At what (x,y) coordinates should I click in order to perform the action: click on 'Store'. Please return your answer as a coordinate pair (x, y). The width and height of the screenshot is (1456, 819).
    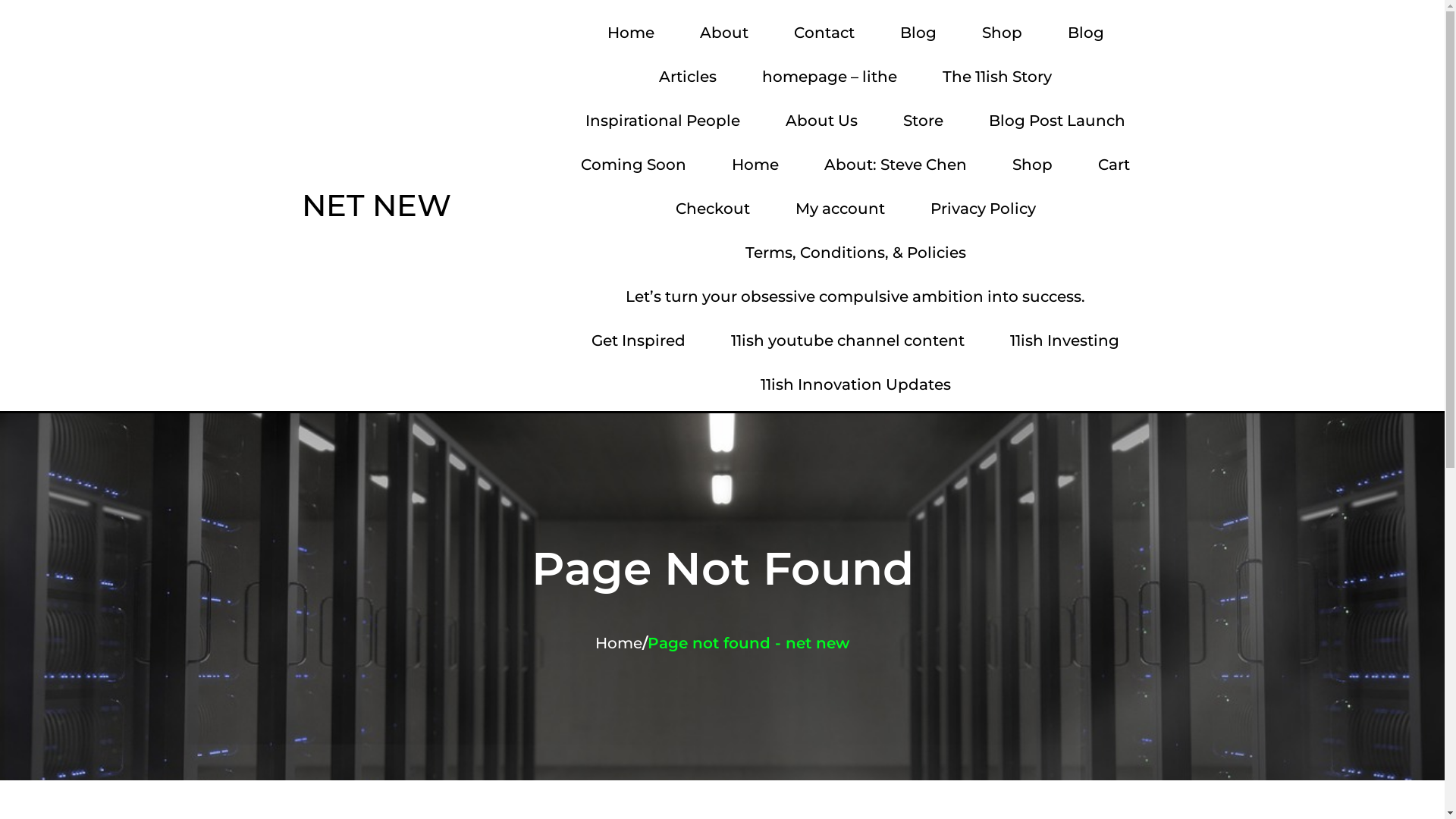
    Looking at the image, I should click on (922, 119).